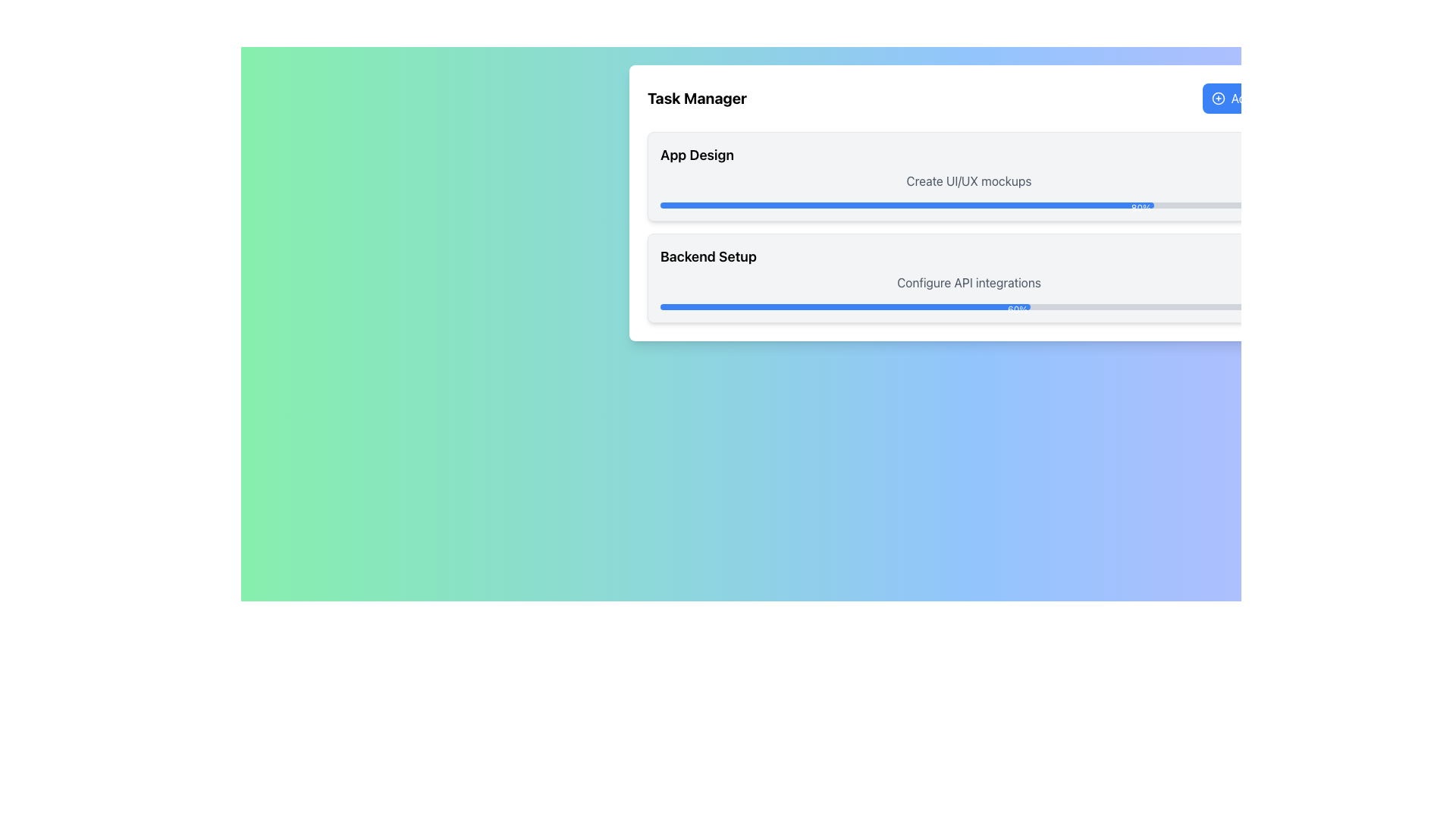 This screenshot has width=1456, height=819. I want to click on the percentage value displayed in the Text Label showing '80%' located at the rightmost end of the progress bar under the header 'Create UI/UX mockups', so click(1141, 205).